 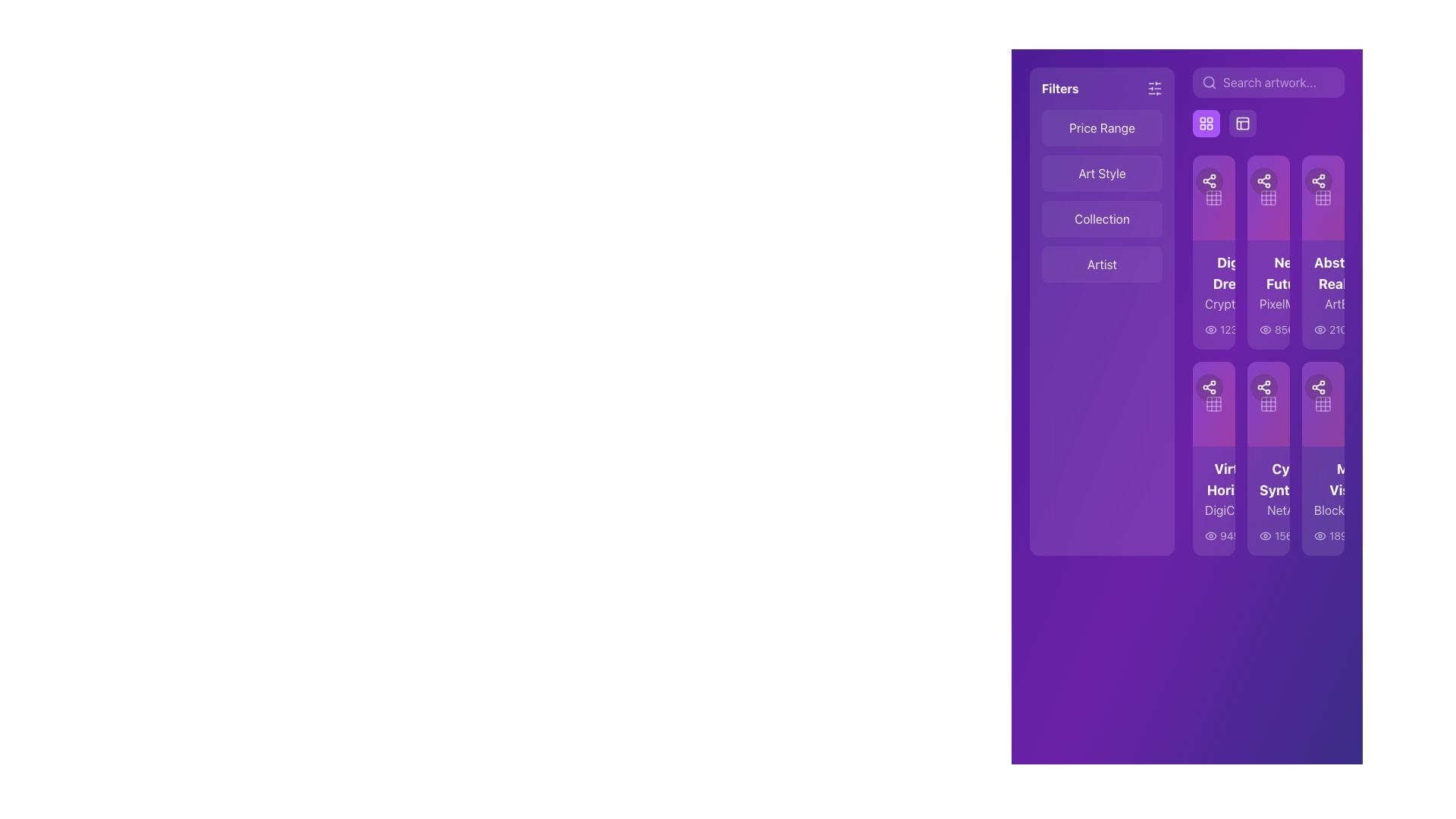 What do you see at coordinates (1323, 535) in the screenshot?
I see `the text label displaying the number '1890145', which is styled with a light gray color on a purple background, located in the bottom section of the Meta Visions card in the sixth column of the grid layout` at bounding box center [1323, 535].